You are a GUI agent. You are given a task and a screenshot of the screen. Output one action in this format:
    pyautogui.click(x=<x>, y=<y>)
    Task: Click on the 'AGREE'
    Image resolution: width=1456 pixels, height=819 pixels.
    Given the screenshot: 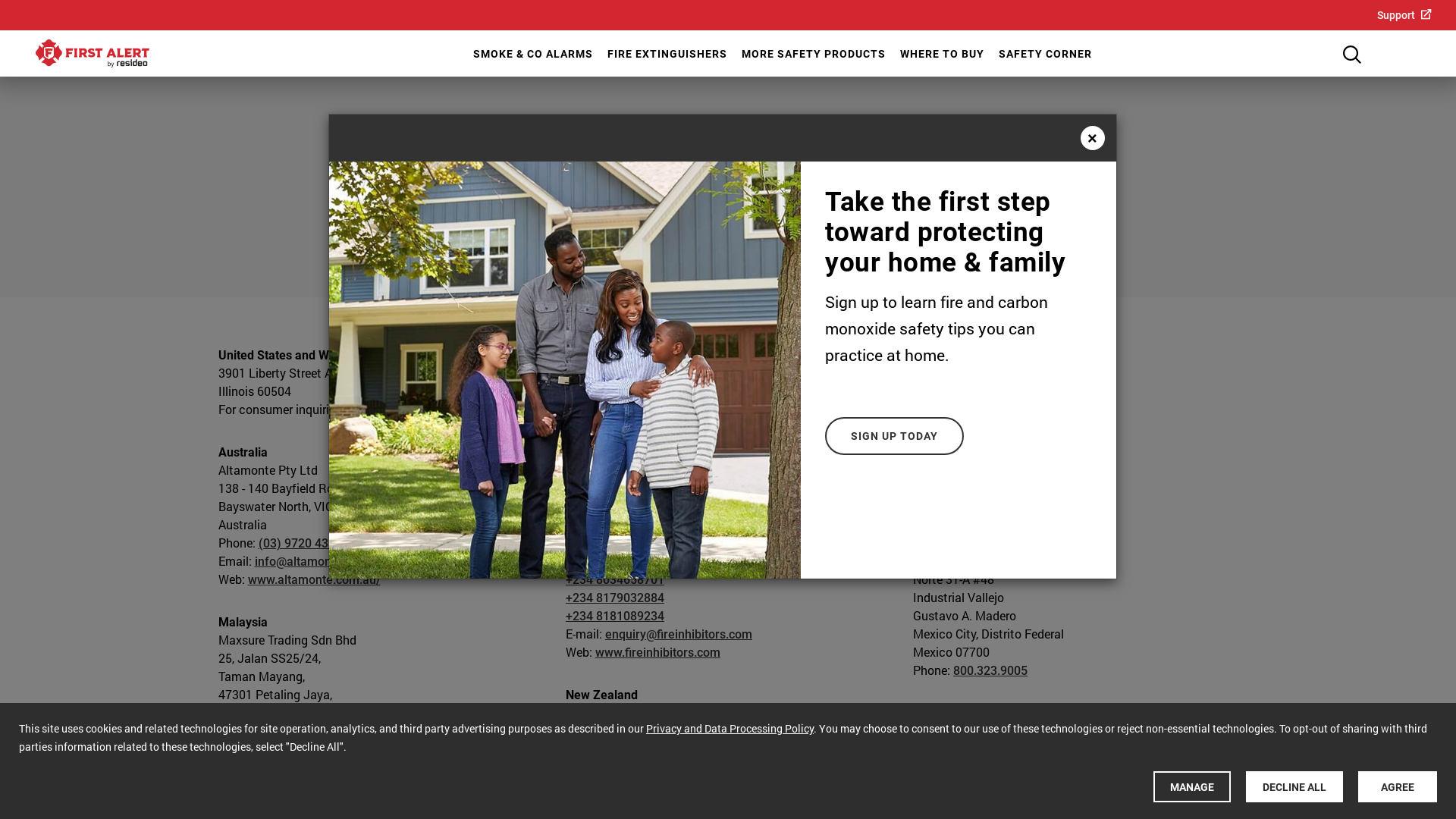 What is the action you would take?
    pyautogui.click(x=1397, y=786)
    